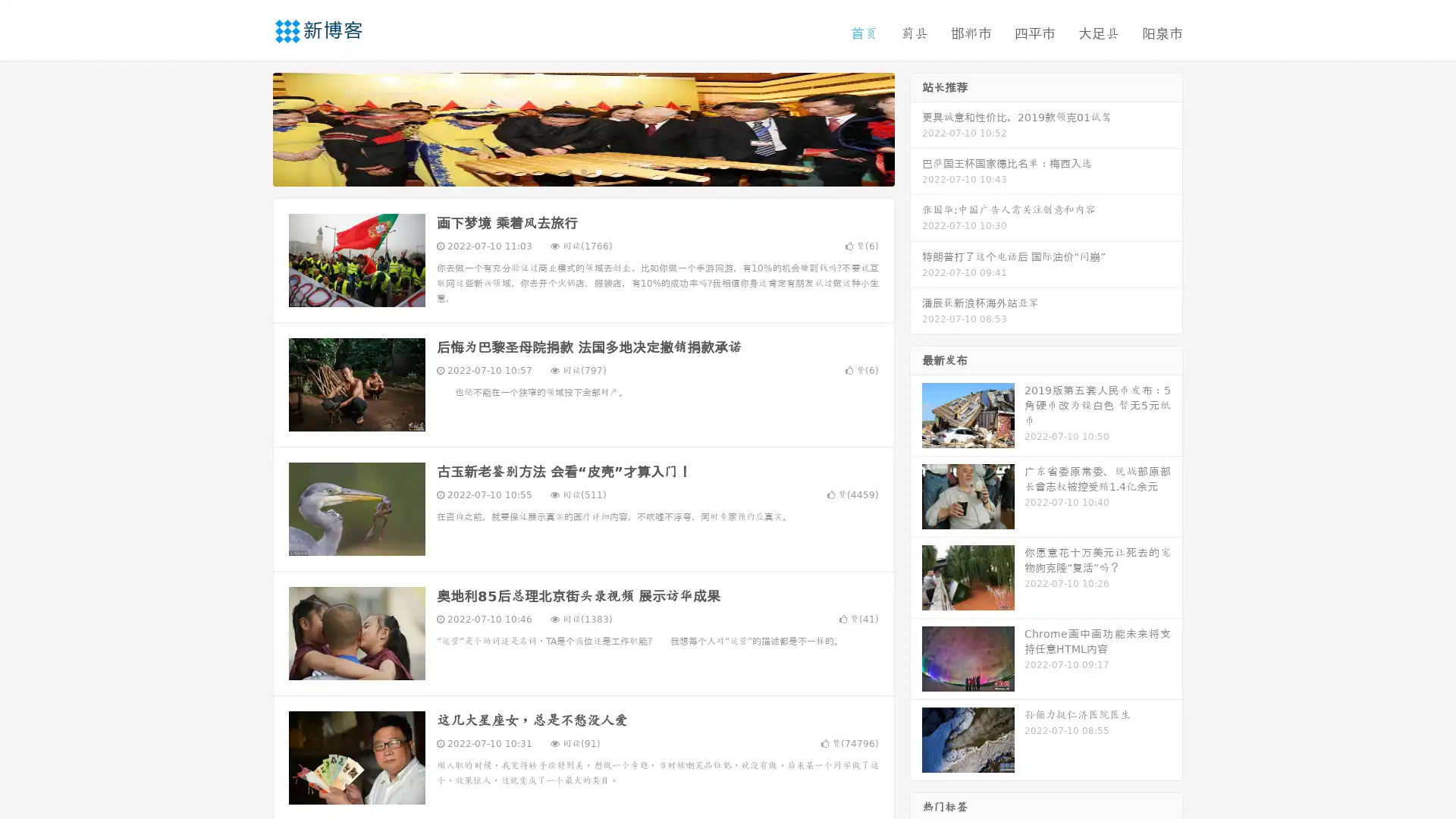 This screenshot has width=1456, height=819. I want to click on Go to slide 3, so click(598, 171).